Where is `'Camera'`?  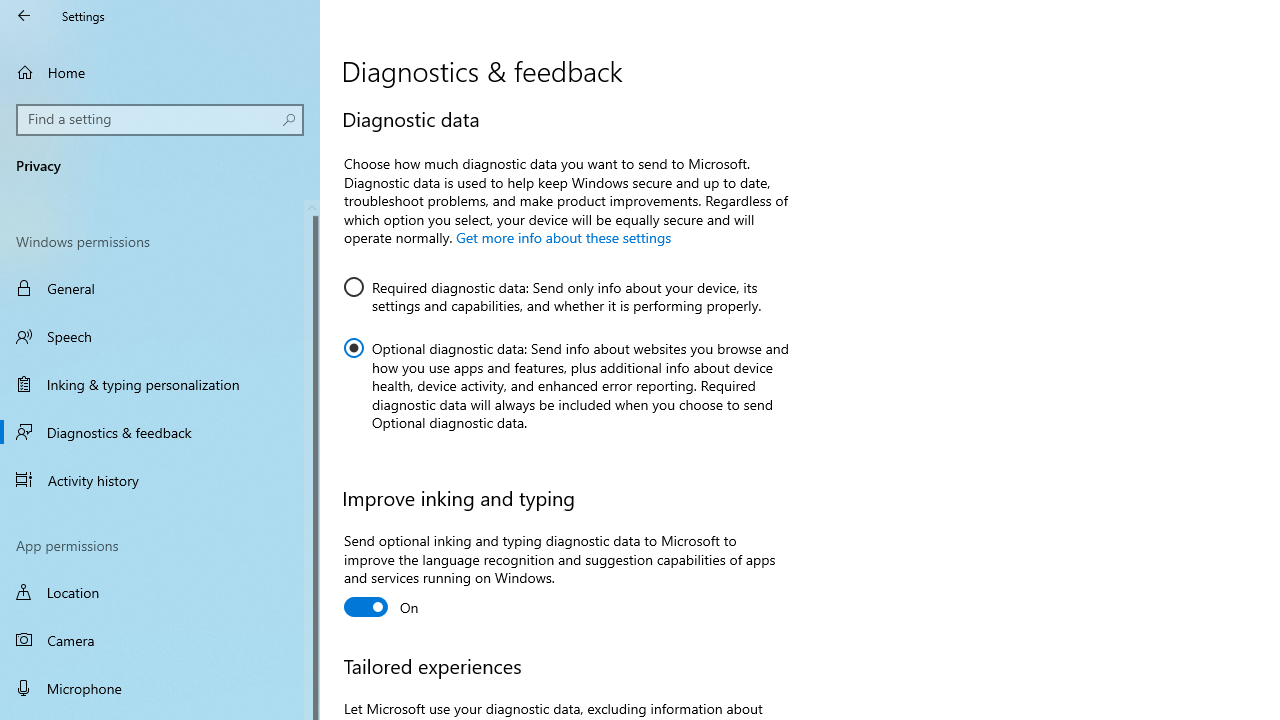
'Camera' is located at coordinates (160, 640).